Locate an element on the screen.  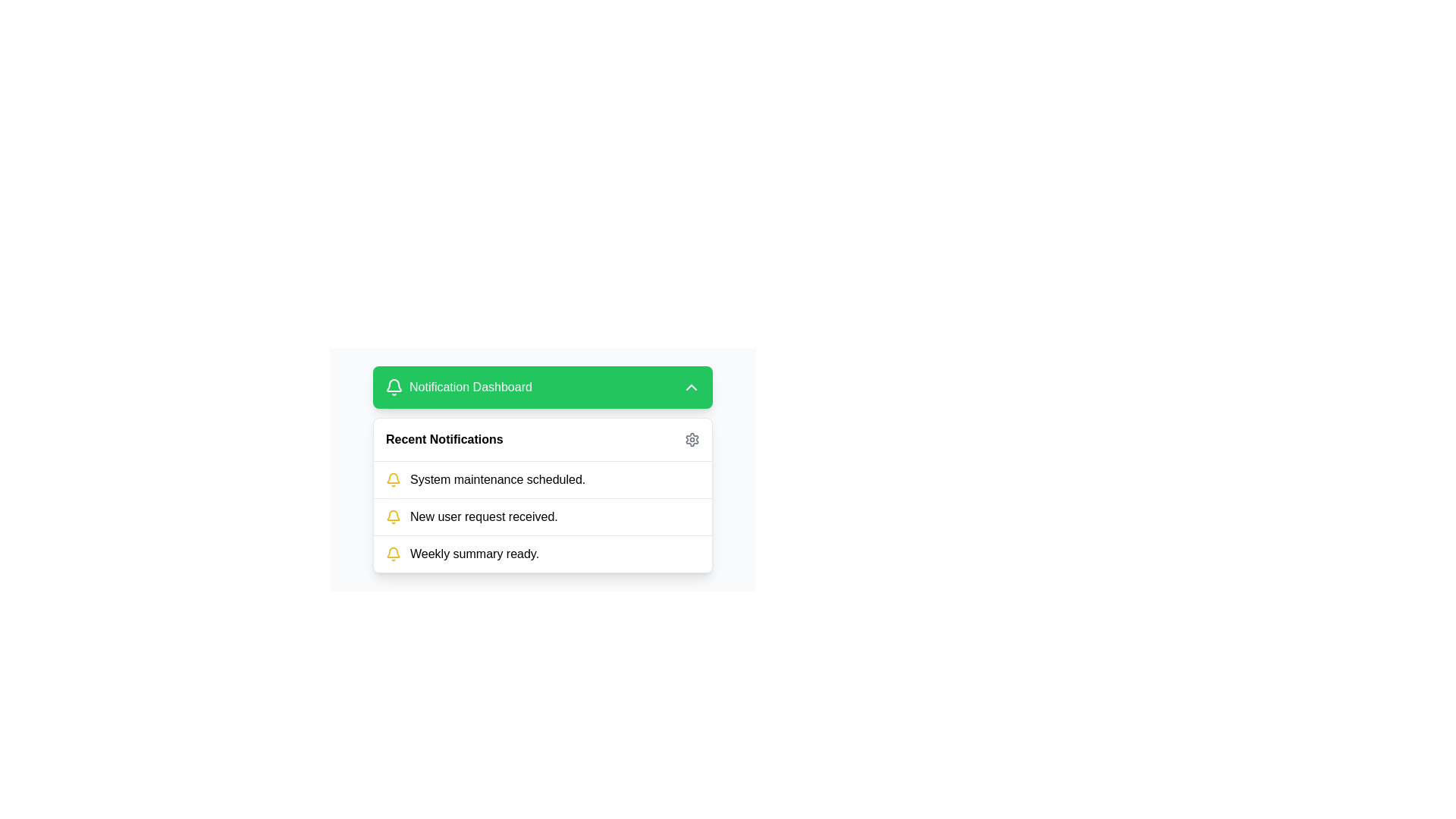
the cogwheel icon, which symbolizes settings is located at coordinates (691, 439).